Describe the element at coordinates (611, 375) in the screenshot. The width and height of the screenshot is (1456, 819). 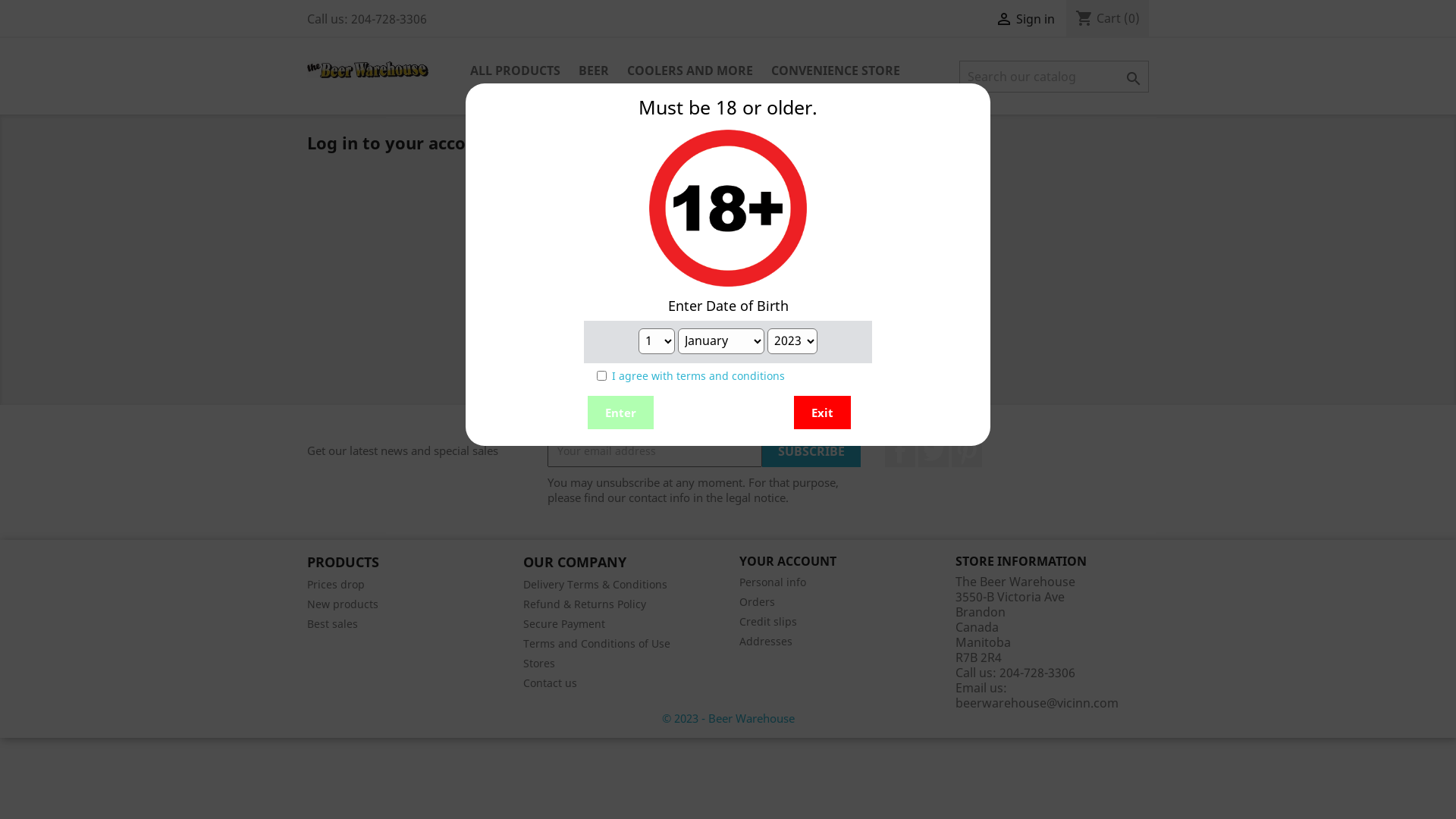
I see `'I agree with terms and conditions'` at that location.